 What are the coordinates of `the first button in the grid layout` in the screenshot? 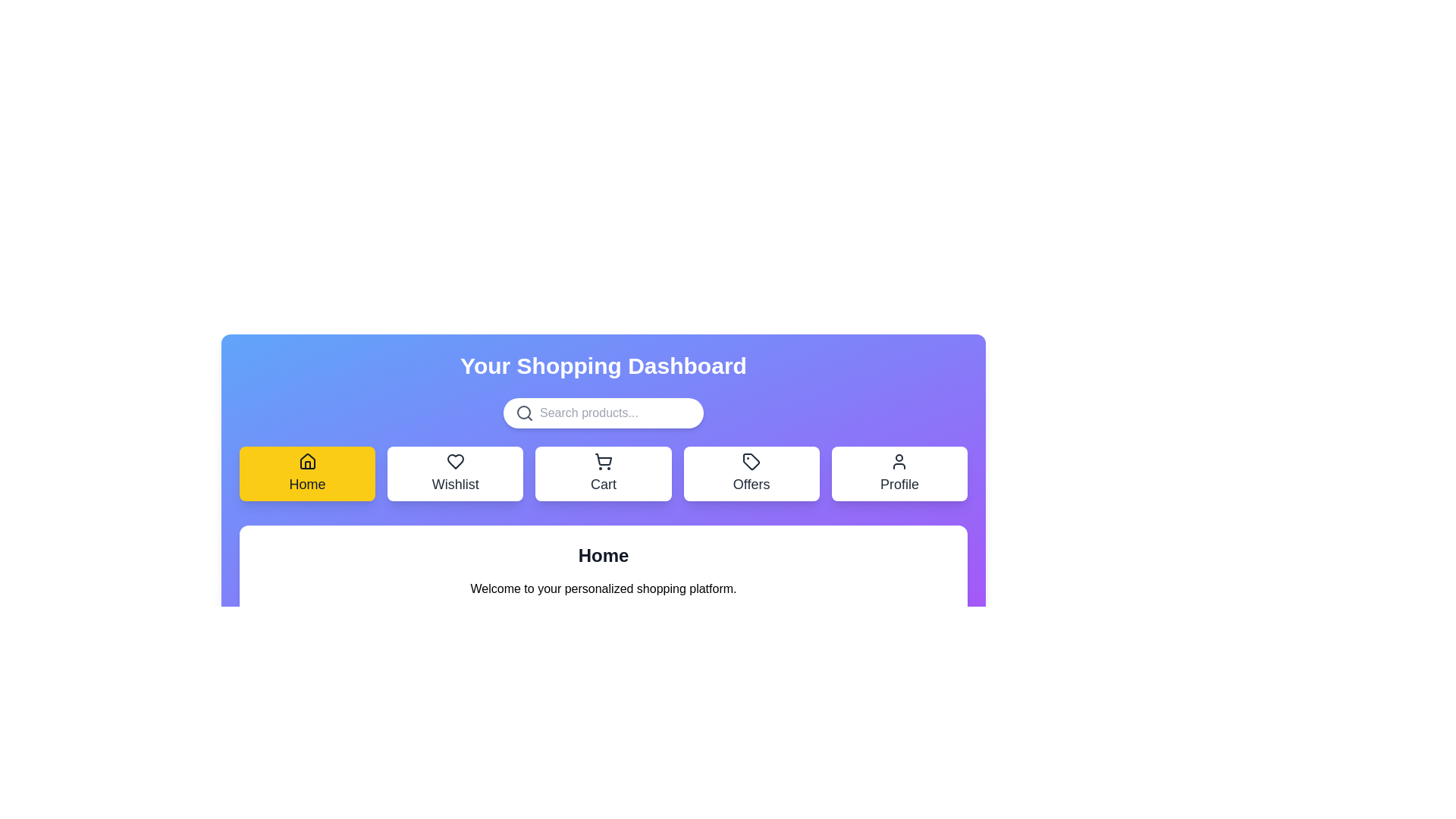 It's located at (306, 472).